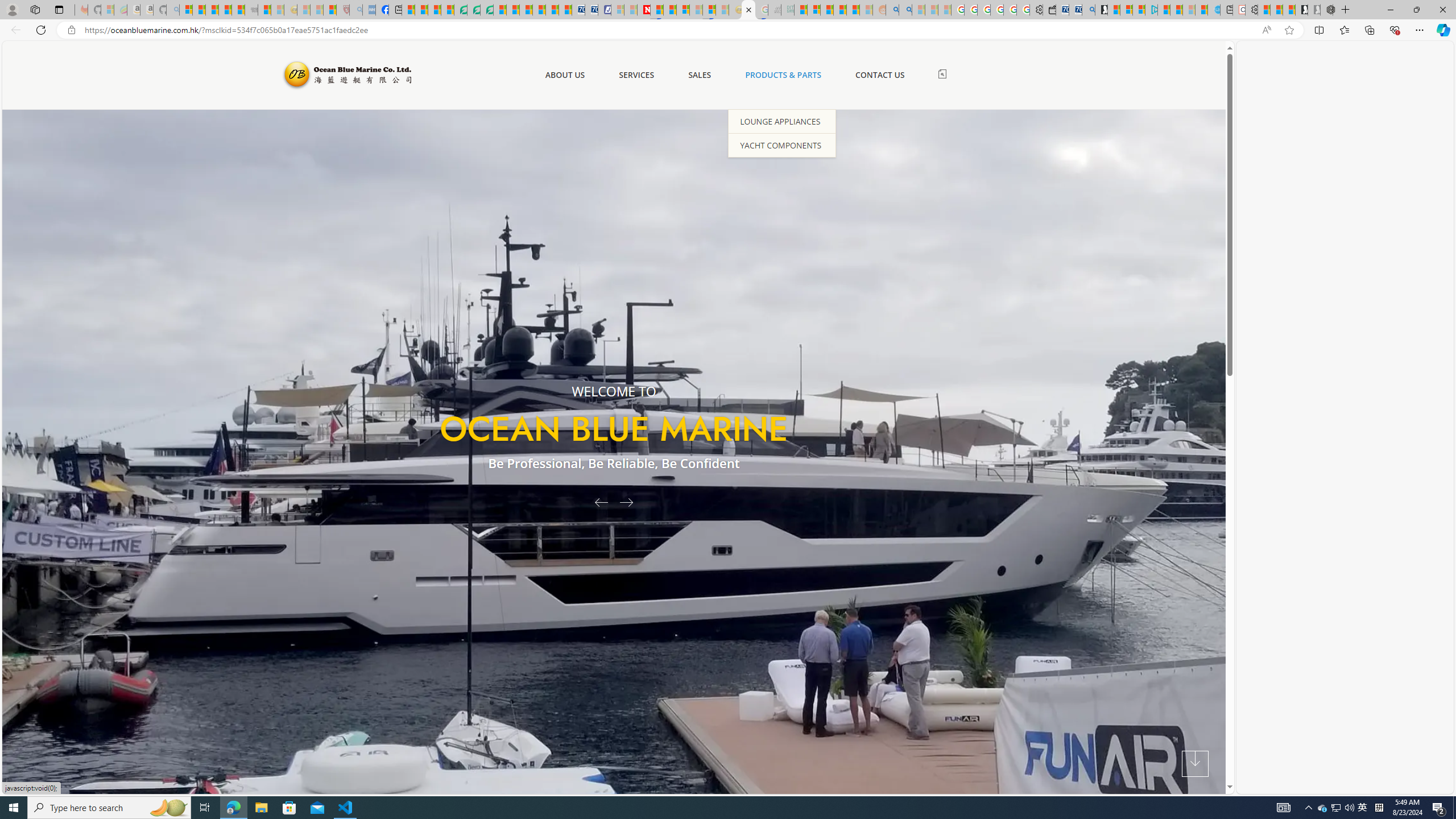 This screenshot has width=1456, height=819. Describe the element at coordinates (656, 9) in the screenshot. I see `'Trusted Community Engagement and Contributions | Guidelines'` at that location.